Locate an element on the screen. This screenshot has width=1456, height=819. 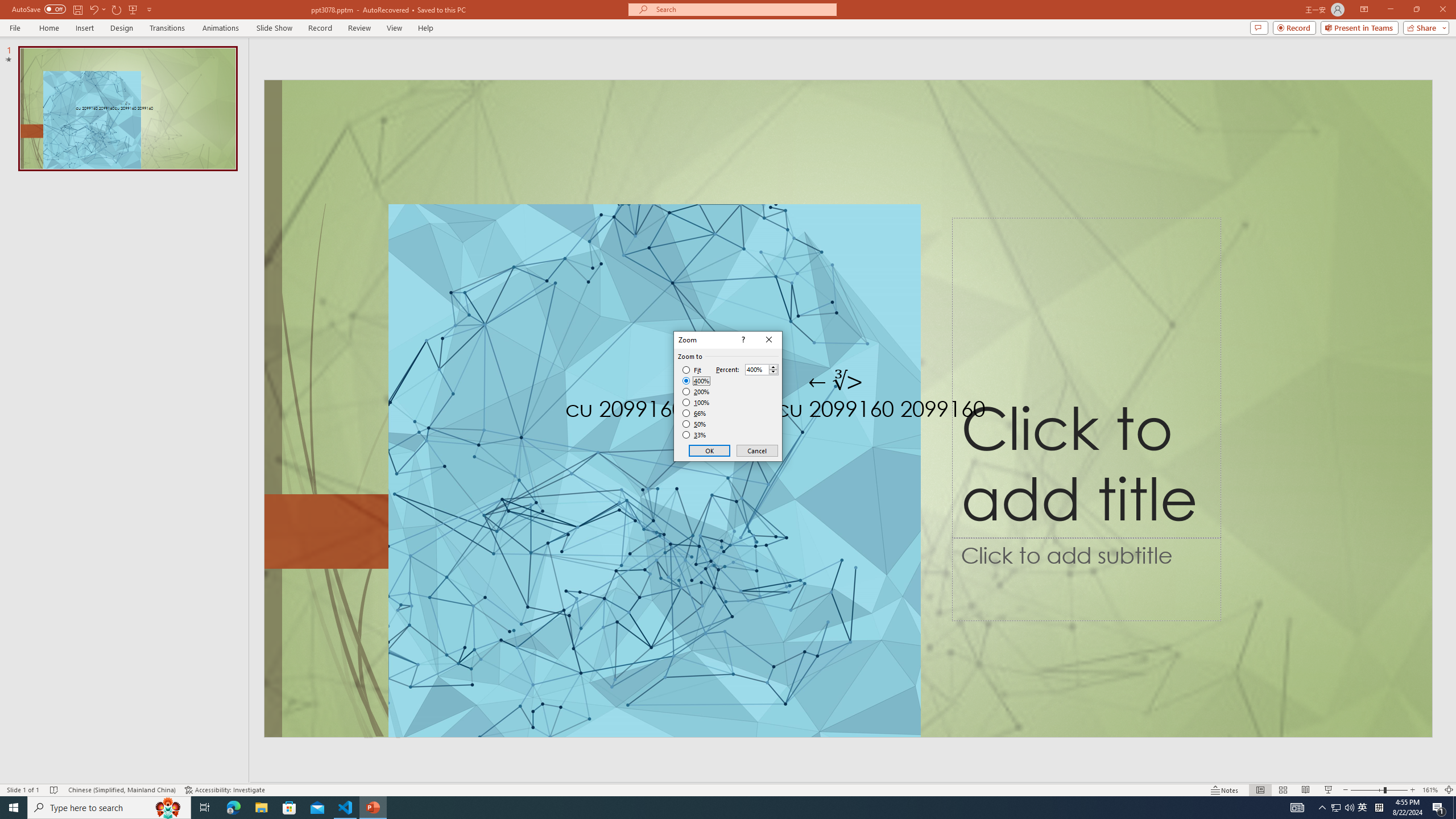
'Percent' is located at coordinates (762, 369).